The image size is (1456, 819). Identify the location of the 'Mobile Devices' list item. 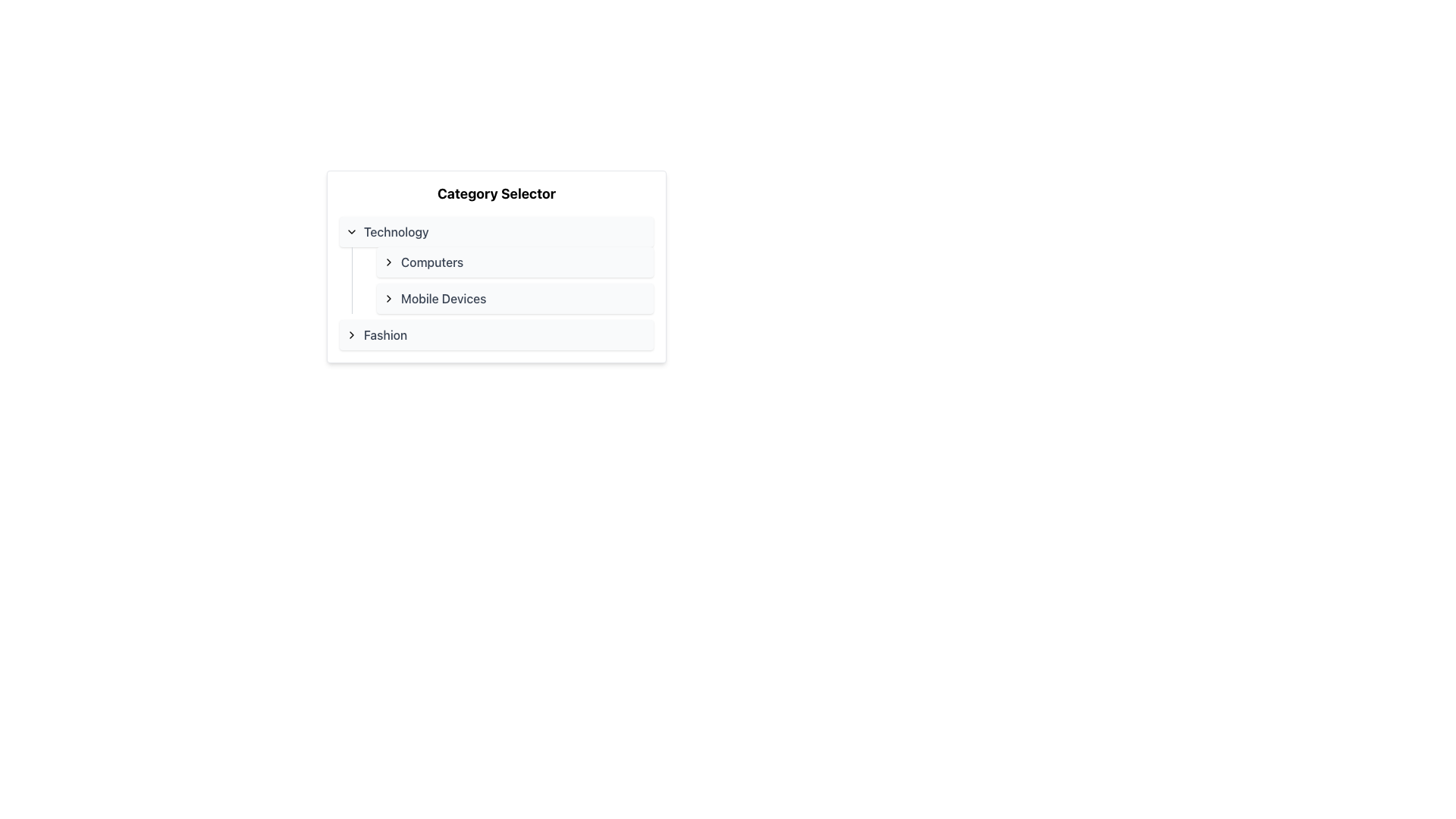
(496, 284).